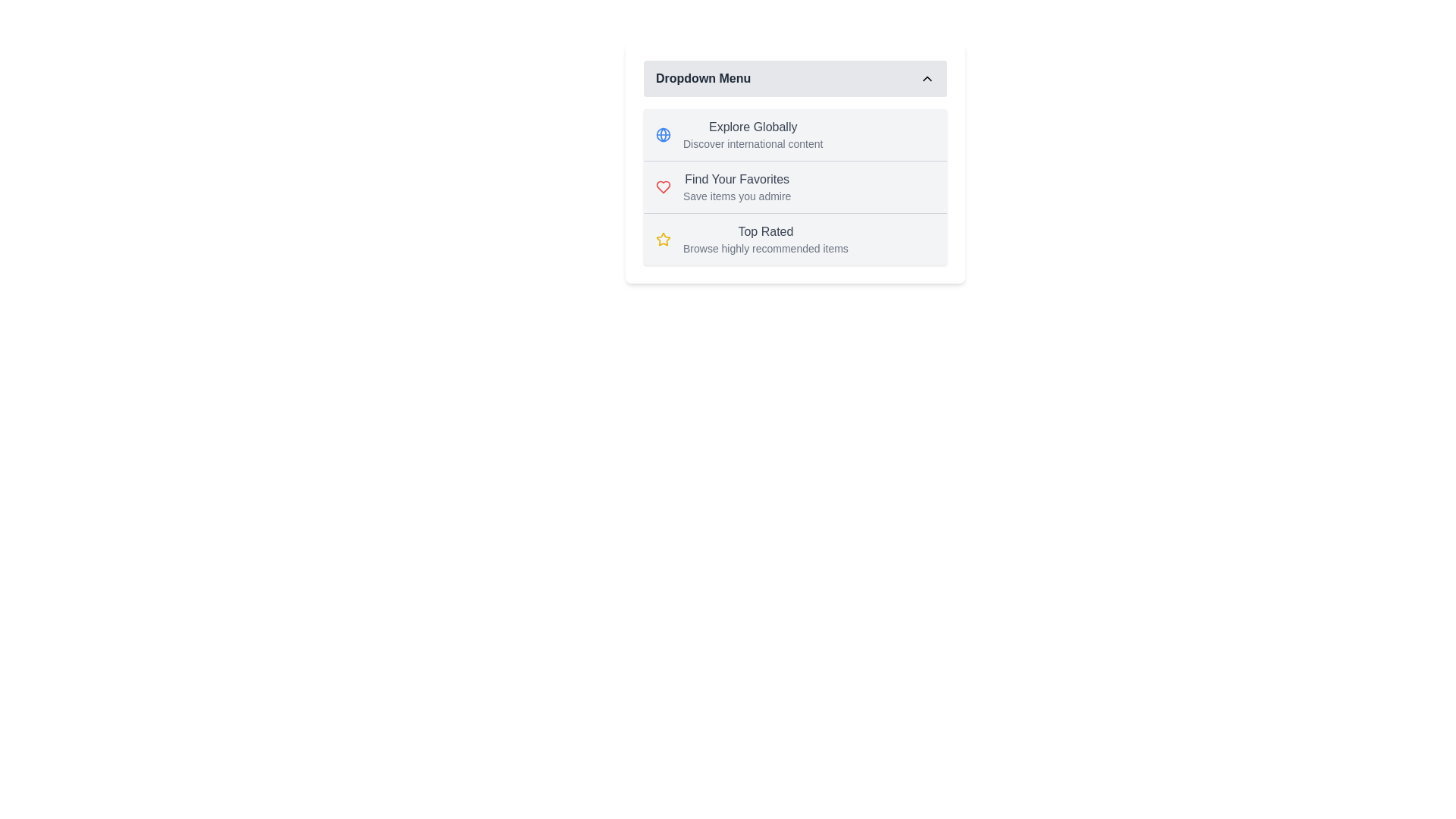 The image size is (1456, 819). What do you see at coordinates (663, 133) in the screenshot?
I see `the SVG circle element that is part of the globe icon for the 'Explore Globally' menu option, which is the first entry in a dropdown menu` at bounding box center [663, 133].